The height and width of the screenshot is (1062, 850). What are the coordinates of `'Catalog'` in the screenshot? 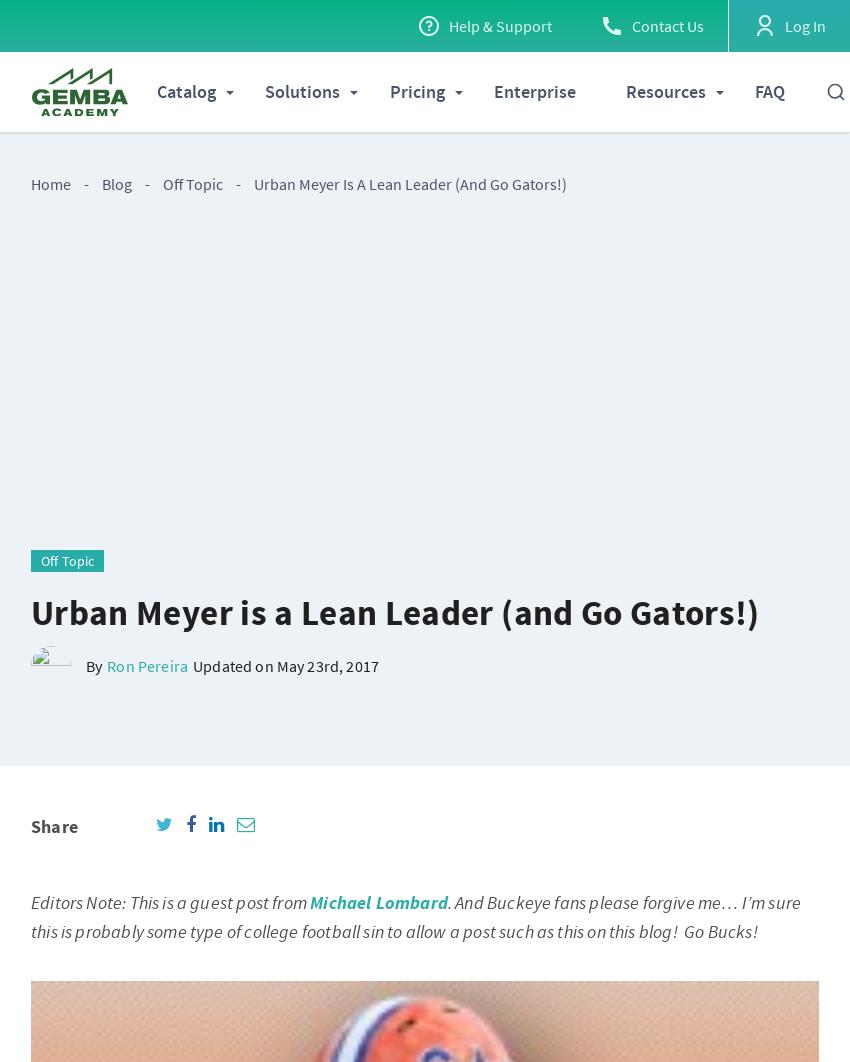 It's located at (184, 91).